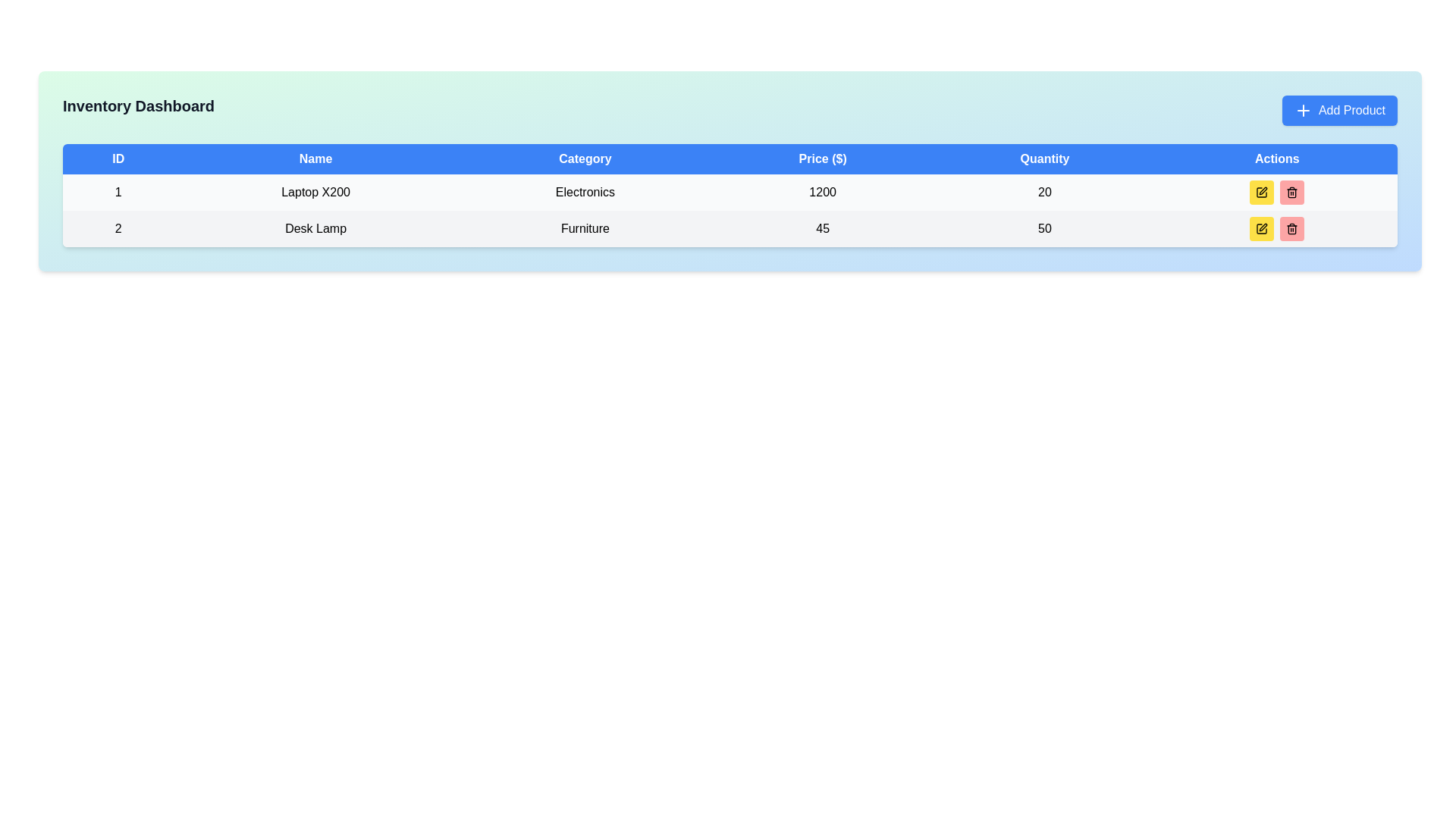 The height and width of the screenshot is (819, 1456). Describe the element at coordinates (1339, 110) in the screenshot. I see `the 'Add Product' button, which is a rectangular button with a blue background and white text, located` at that location.